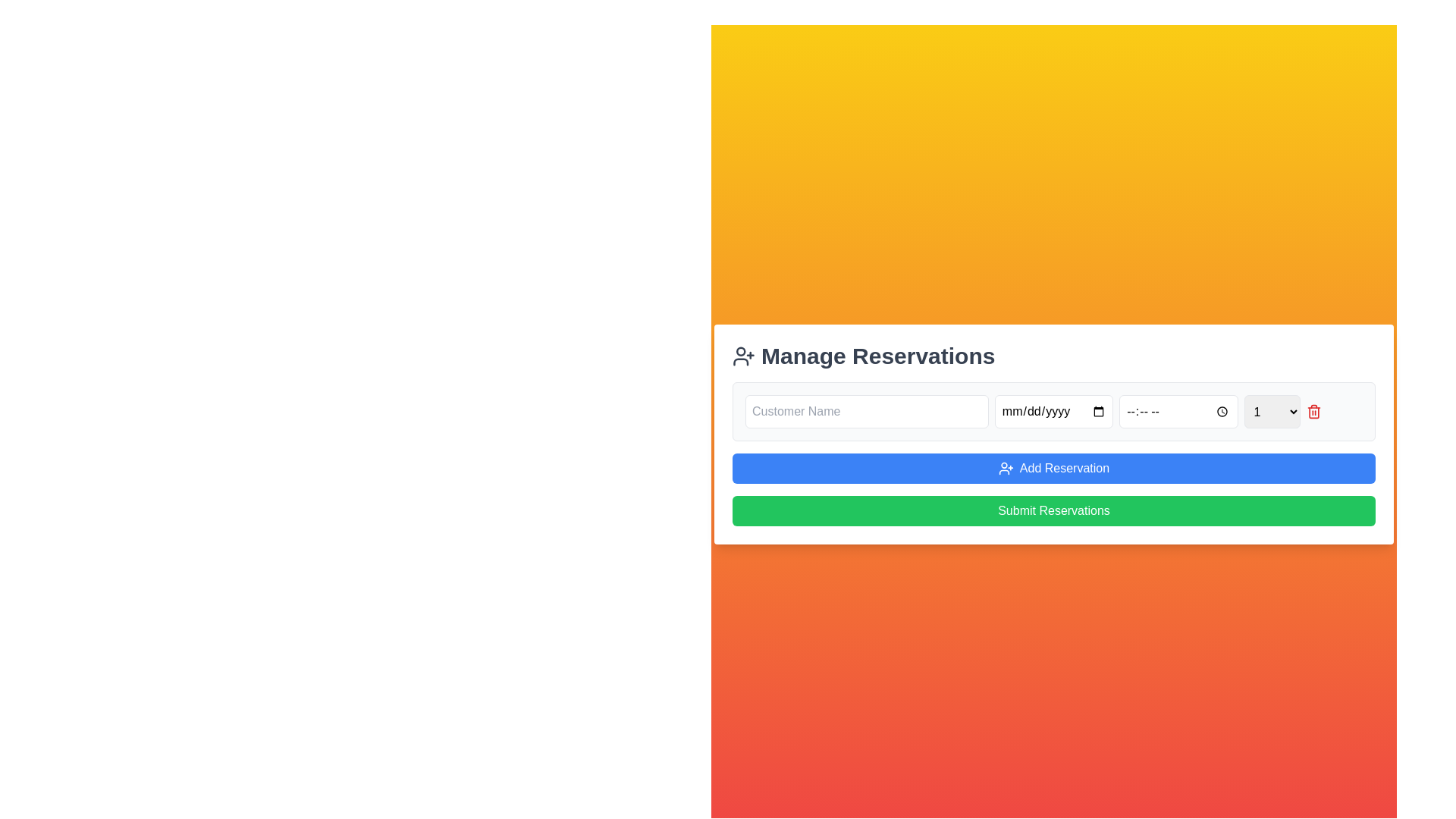 This screenshot has height=819, width=1456. What do you see at coordinates (1053, 511) in the screenshot?
I see `the second button below the 'Add Reservation' blue button` at bounding box center [1053, 511].